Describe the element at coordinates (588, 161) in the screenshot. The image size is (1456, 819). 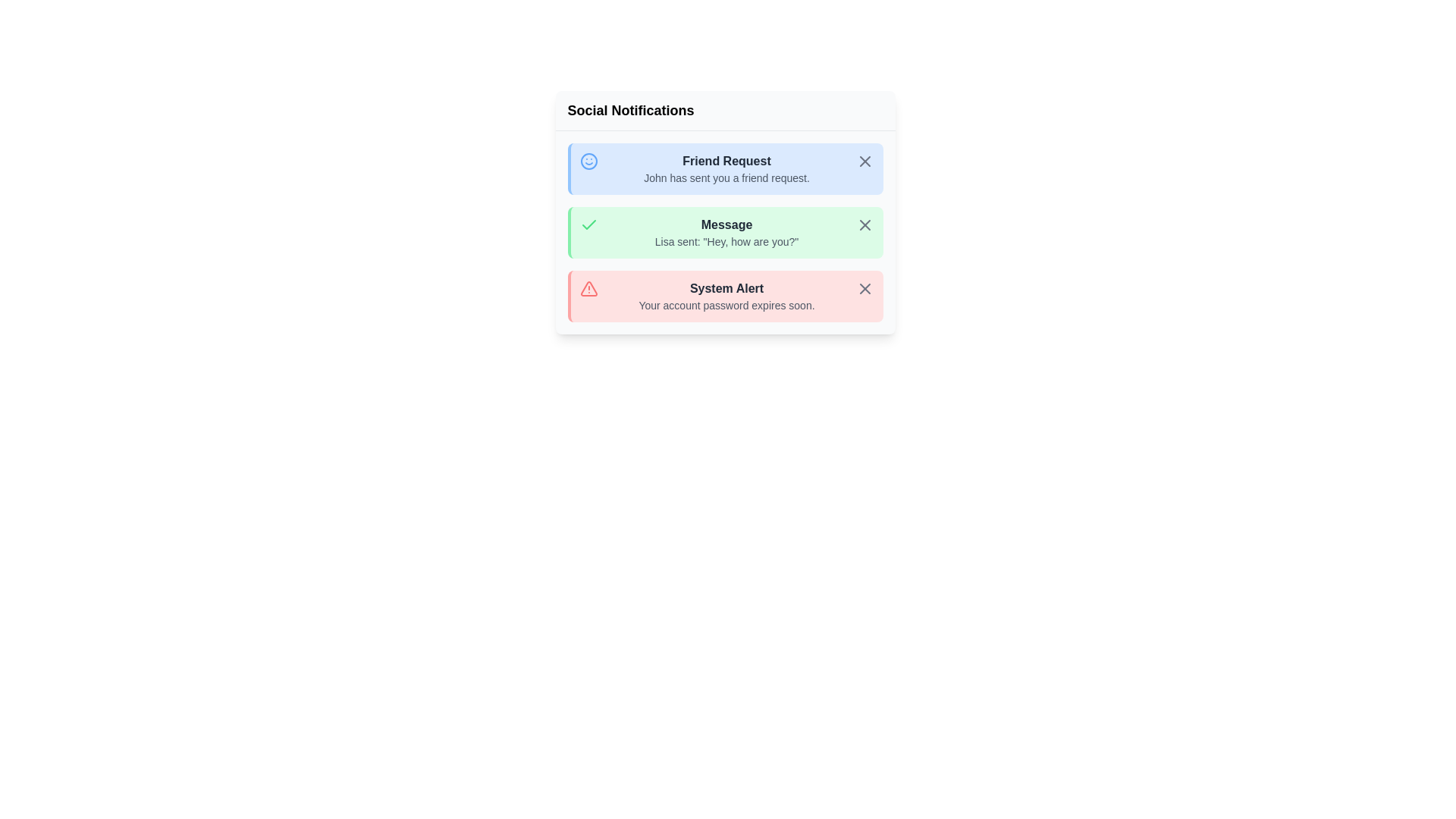
I see `the SVG element representing the blue smiley face icon located to the left of the 'Friend Request' text in the first notification block of the 'Social Notifications' panel` at that location.